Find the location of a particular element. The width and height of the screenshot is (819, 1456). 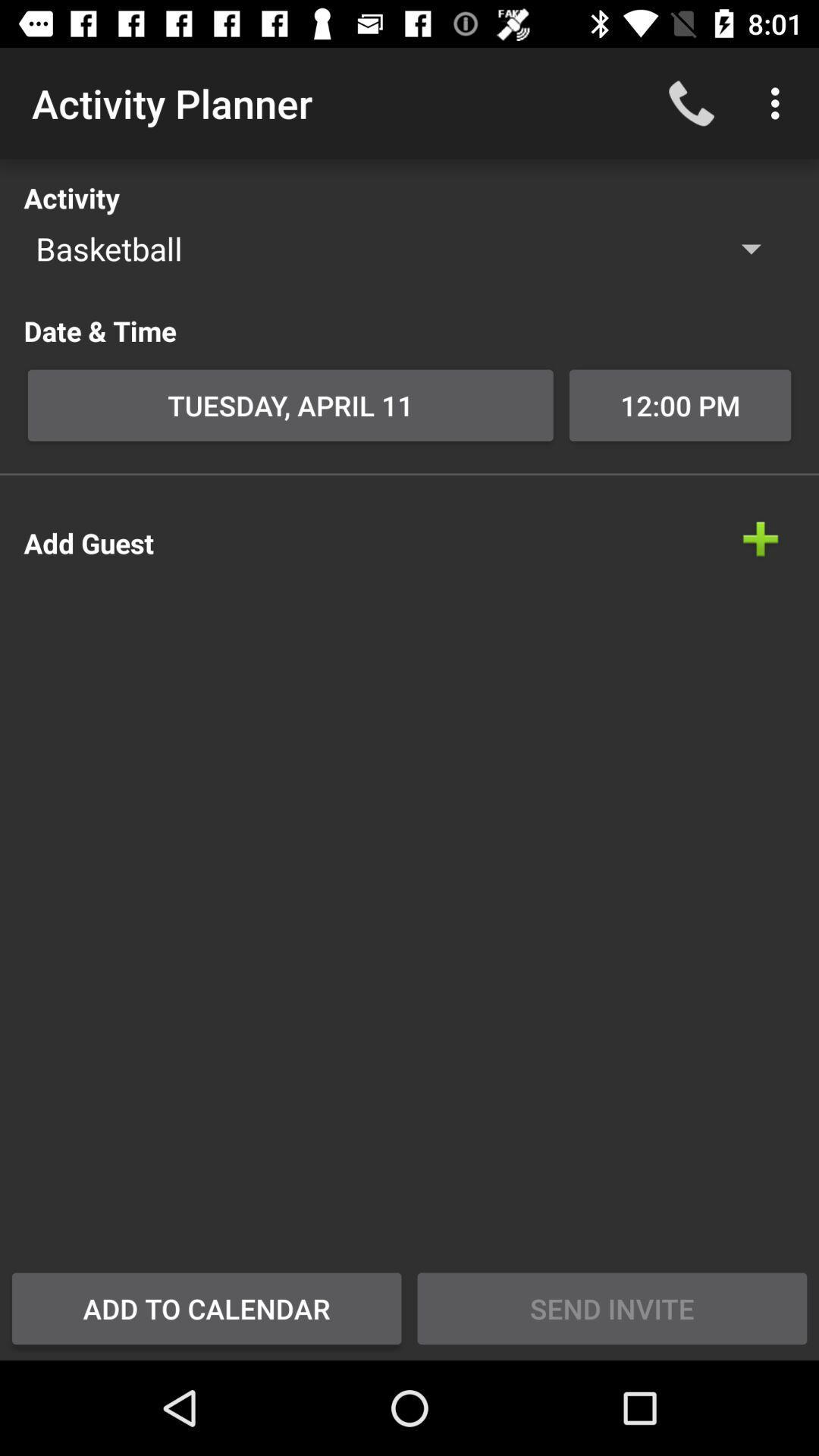

12:00 pm icon is located at coordinates (679, 405).